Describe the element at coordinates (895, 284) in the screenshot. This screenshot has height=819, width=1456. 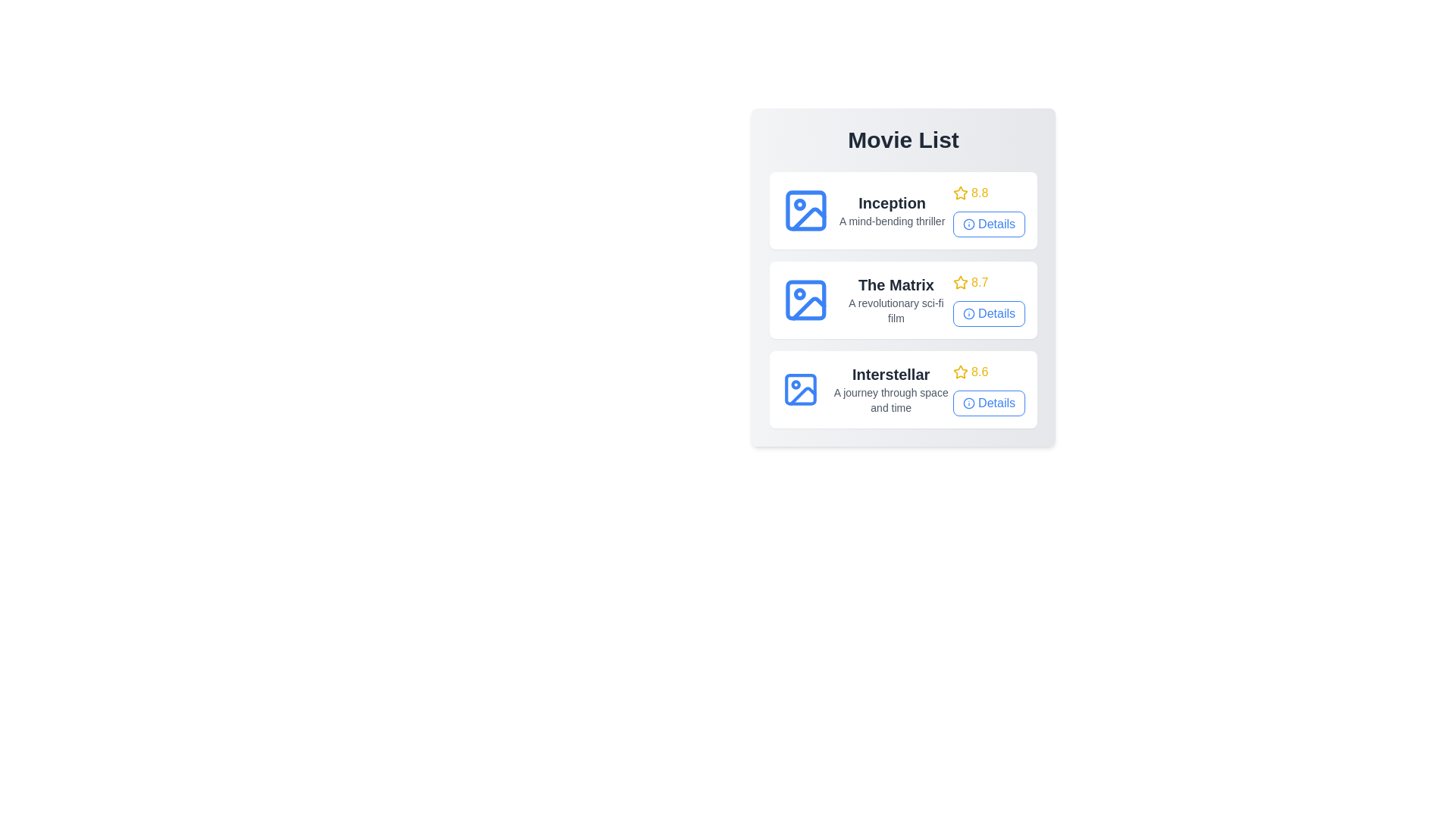
I see `the title of the movie The Matrix` at that location.